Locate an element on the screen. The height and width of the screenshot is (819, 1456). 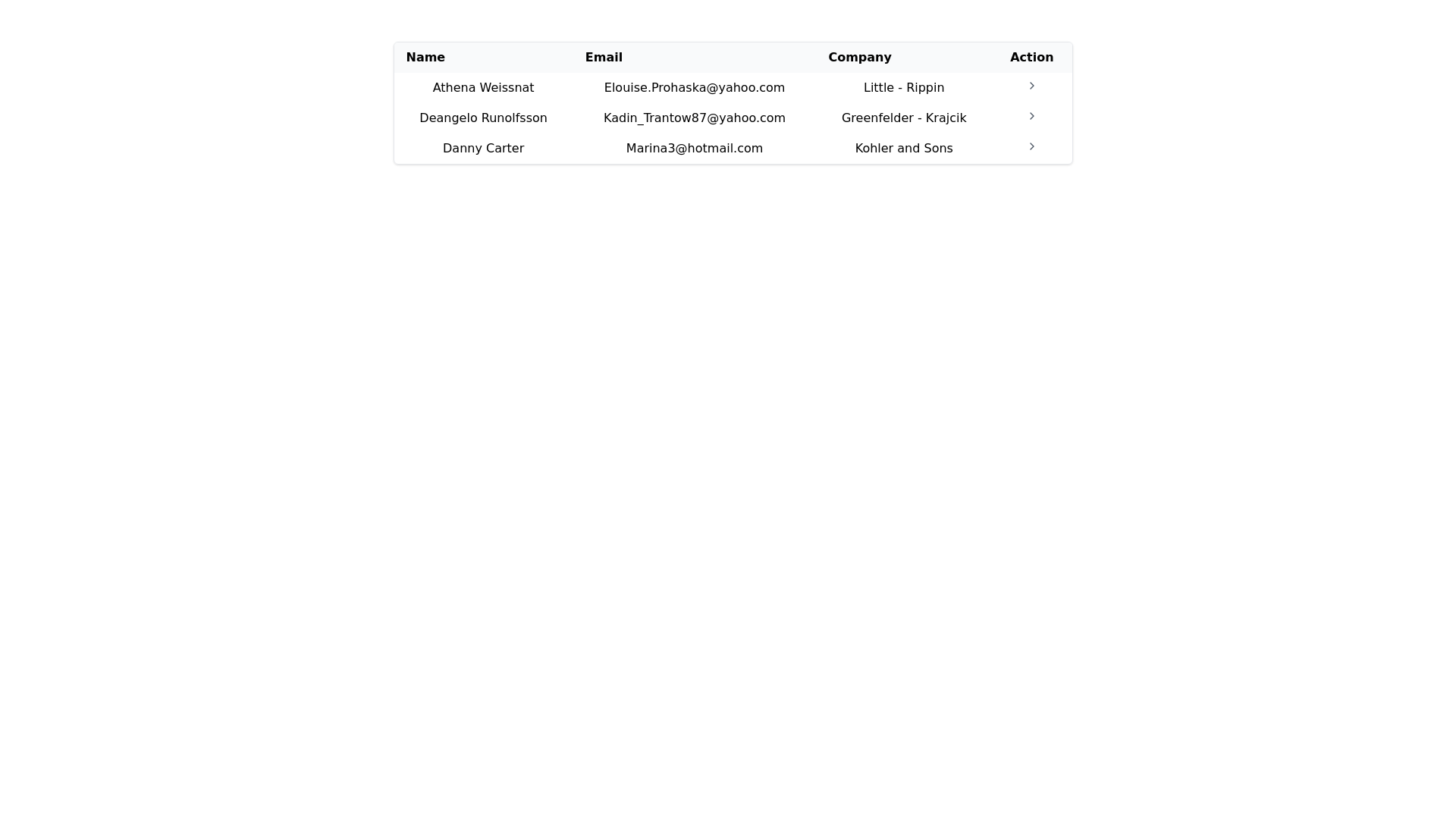
the small gray icon button resembling a right-facing arrow located in the 'Action' column corresponding to the entry 'Athena Weissnat' is located at coordinates (1031, 85).